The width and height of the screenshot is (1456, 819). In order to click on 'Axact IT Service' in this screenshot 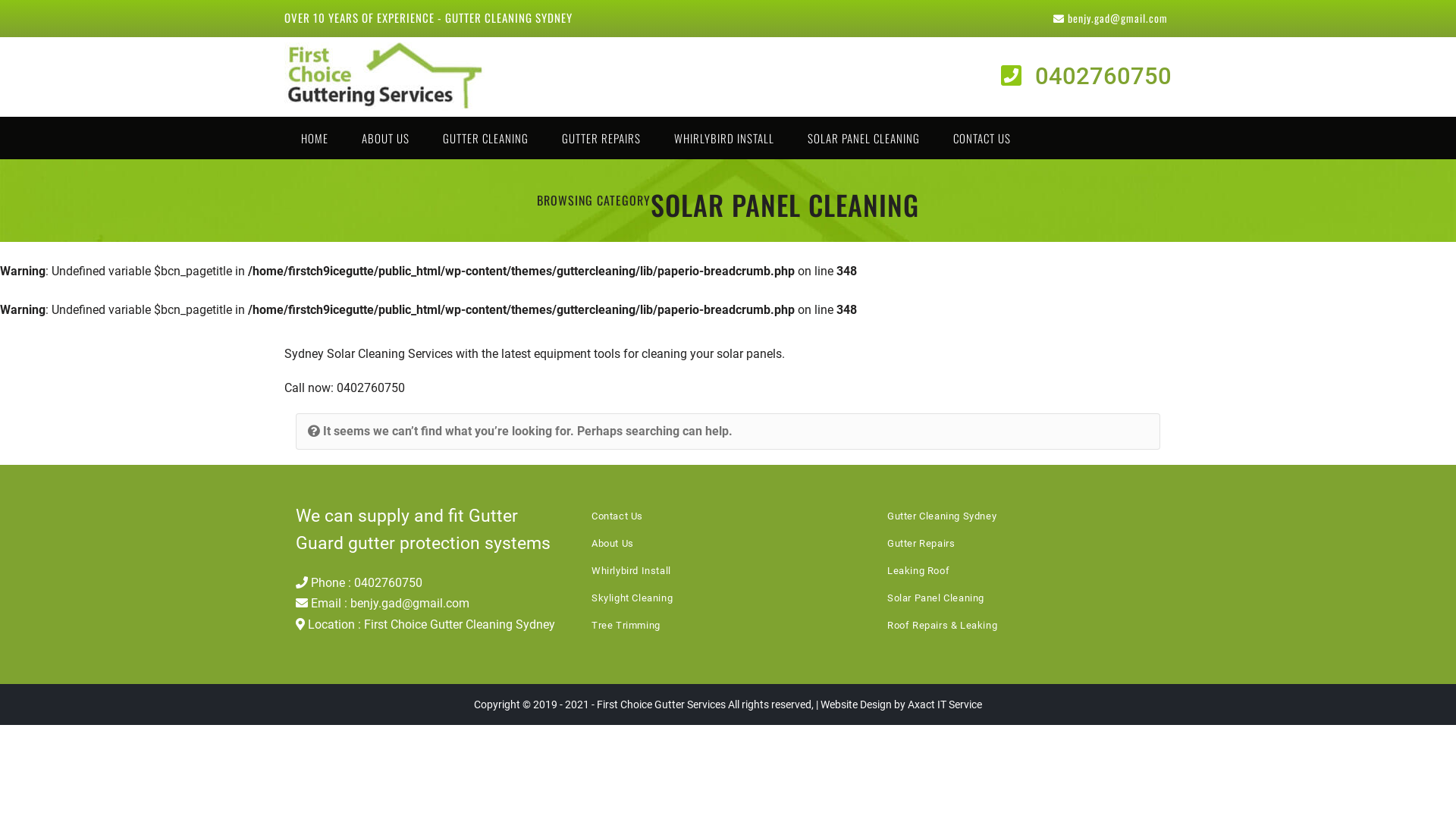, I will do `click(944, 704)`.